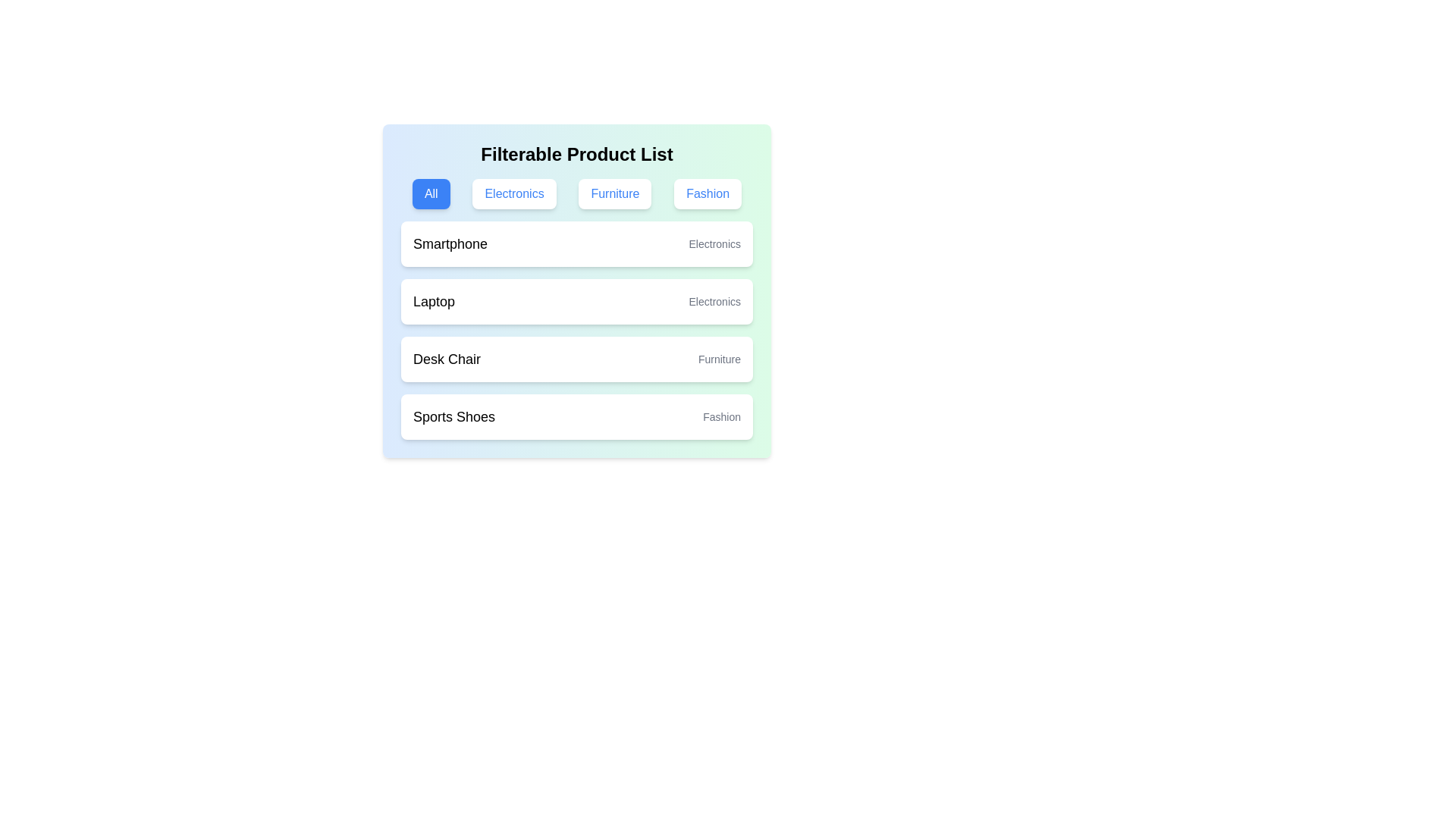 The width and height of the screenshot is (1456, 819). Describe the element at coordinates (576, 417) in the screenshot. I see `the product list item Sports Shoes` at that location.